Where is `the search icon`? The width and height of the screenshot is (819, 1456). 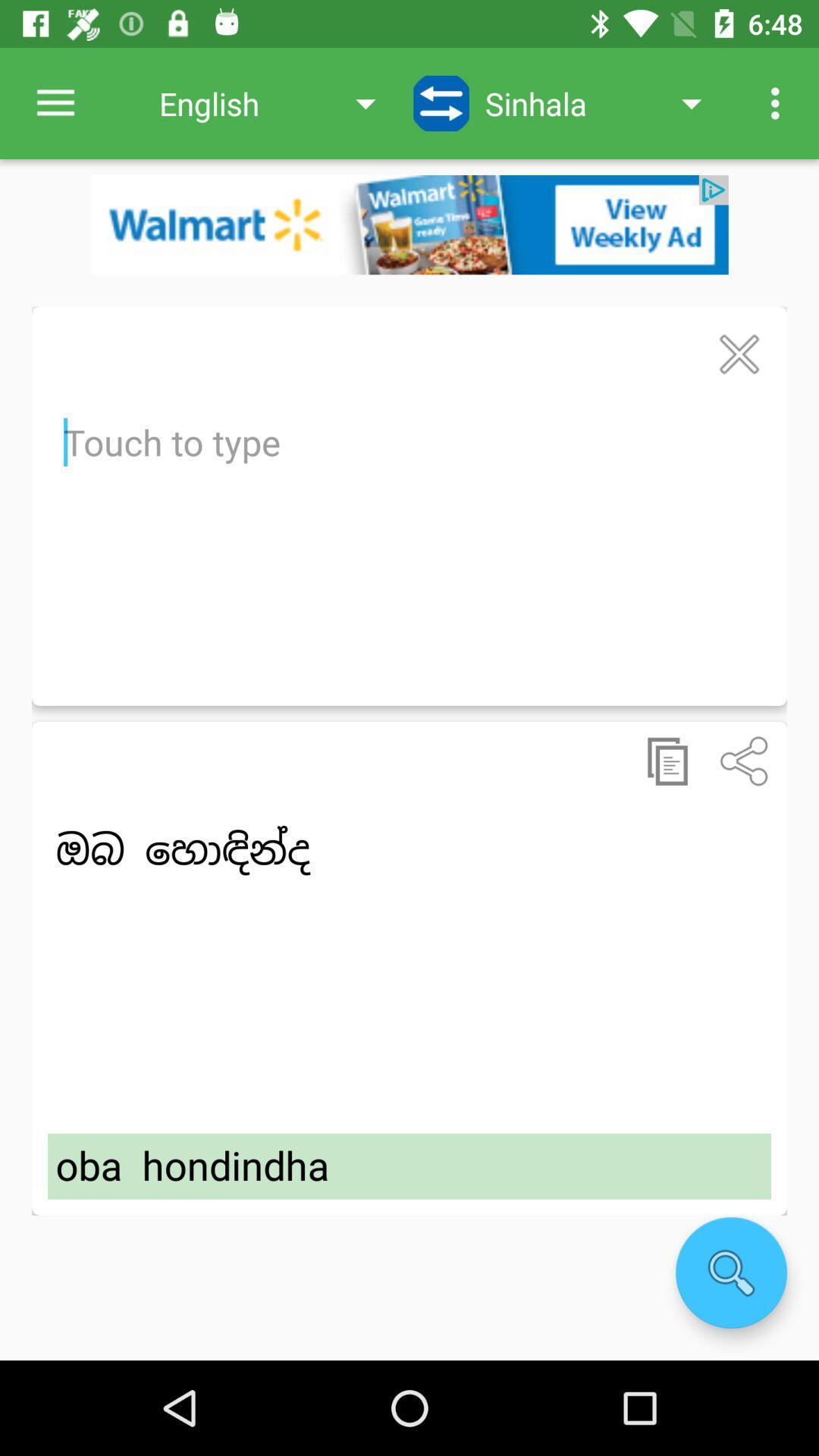 the search icon is located at coordinates (730, 1272).